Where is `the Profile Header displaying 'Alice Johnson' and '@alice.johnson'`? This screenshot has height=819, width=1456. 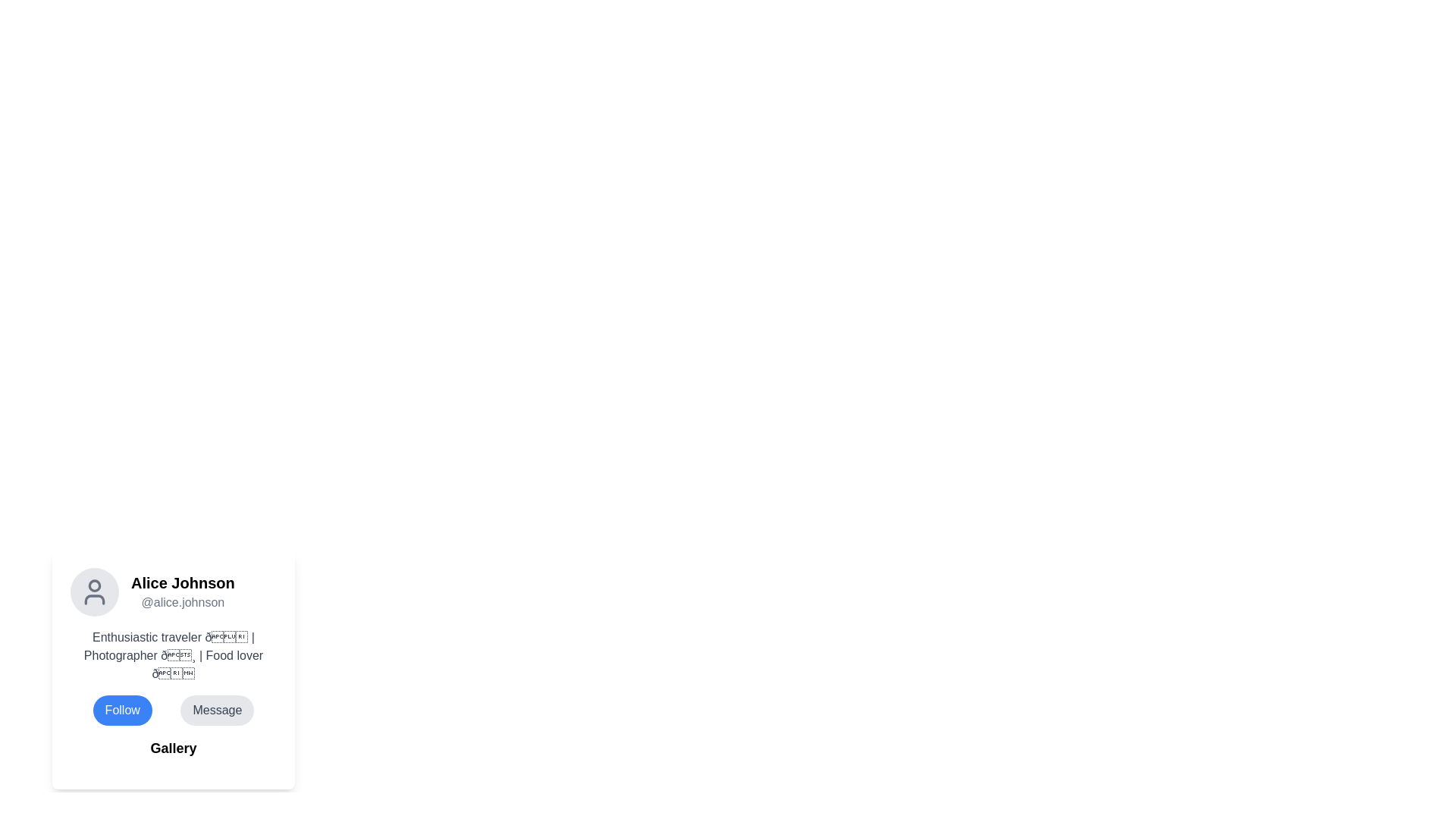
the Profile Header displaying 'Alice Johnson' and '@alice.johnson' is located at coordinates (174, 591).